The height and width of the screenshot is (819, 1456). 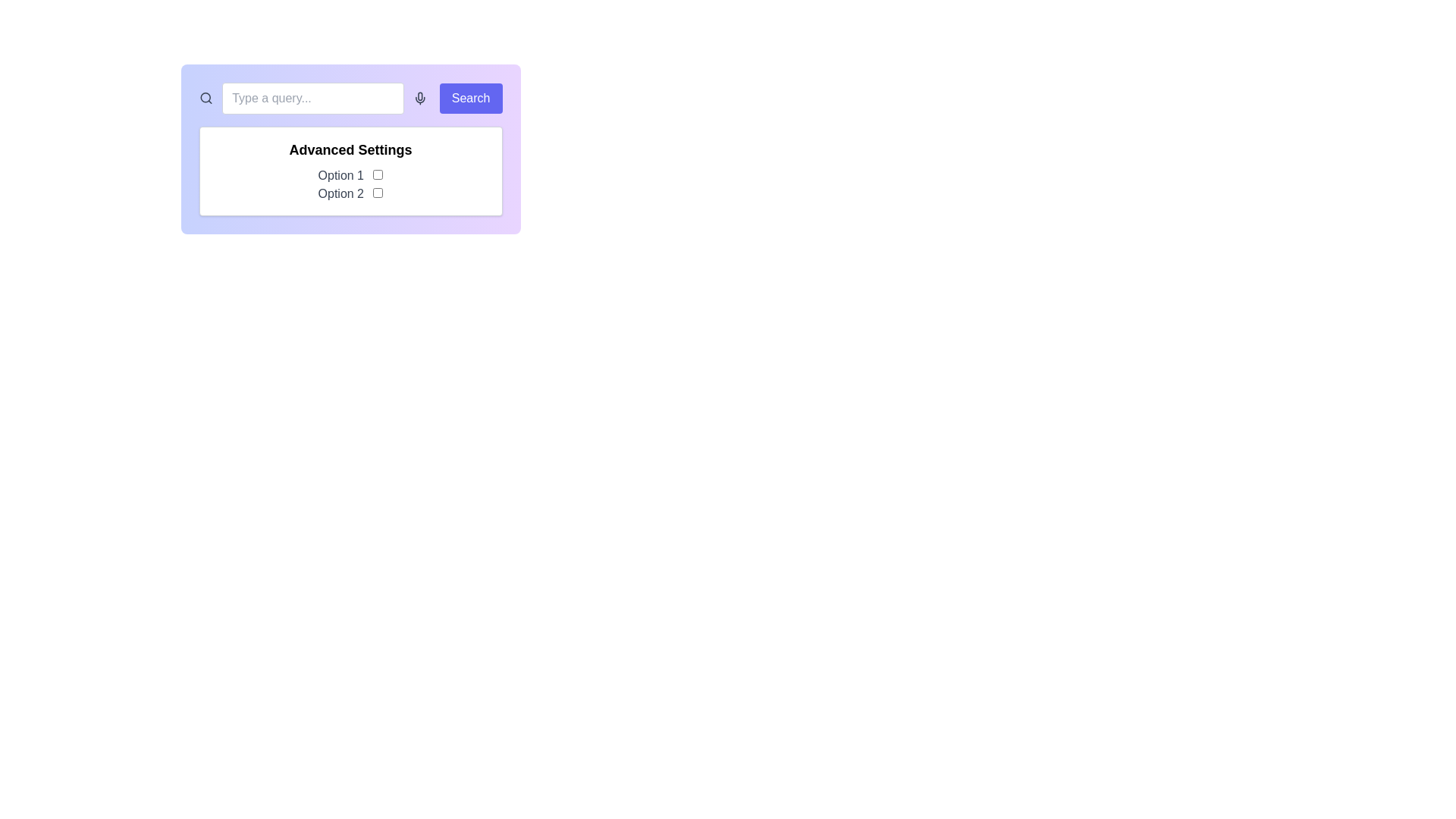 I want to click on the search button located on the right side of the input field, so click(x=470, y=99).